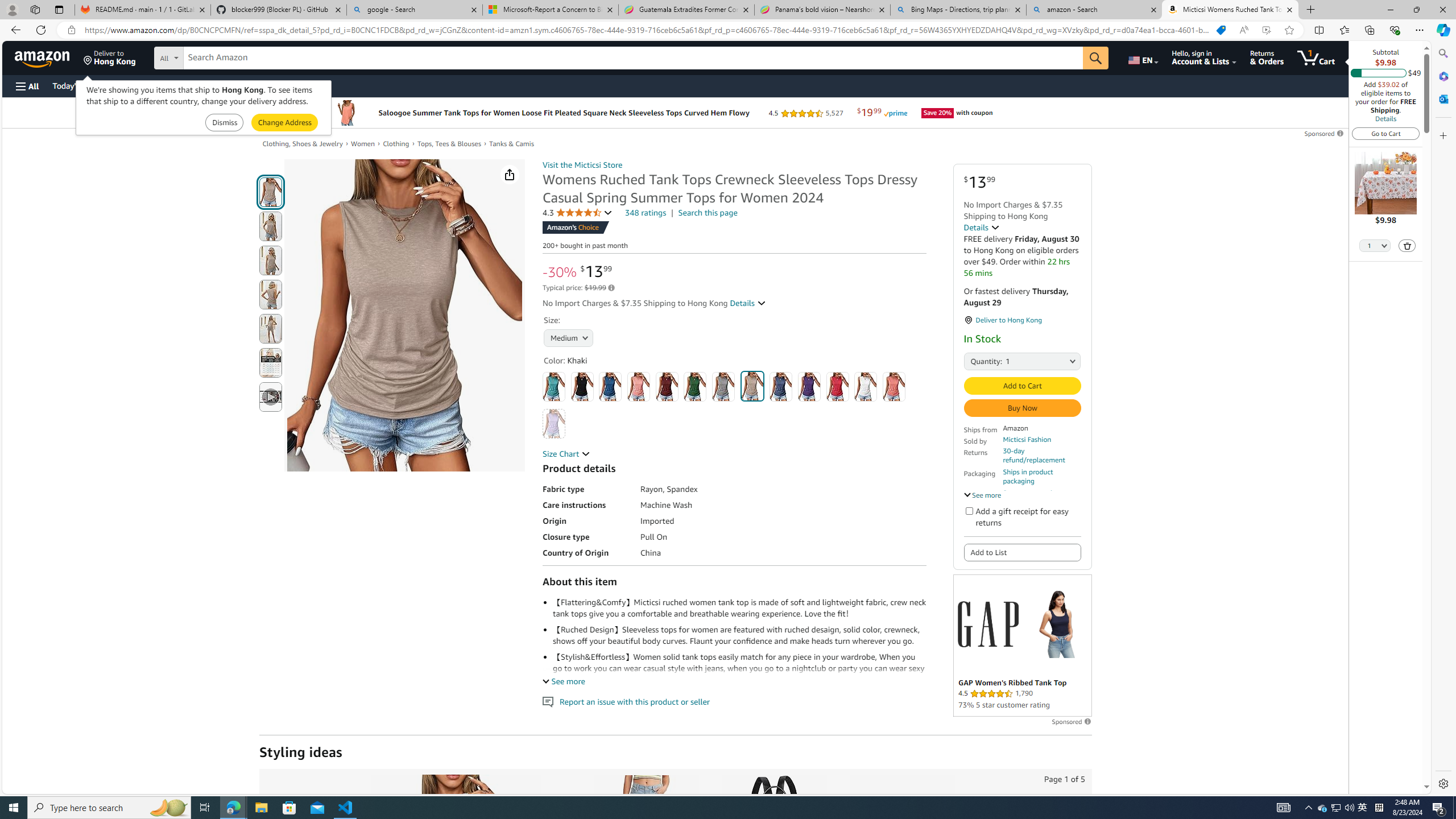  What do you see at coordinates (362, 143) in the screenshot?
I see `'Women'` at bounding box center [362, 143].